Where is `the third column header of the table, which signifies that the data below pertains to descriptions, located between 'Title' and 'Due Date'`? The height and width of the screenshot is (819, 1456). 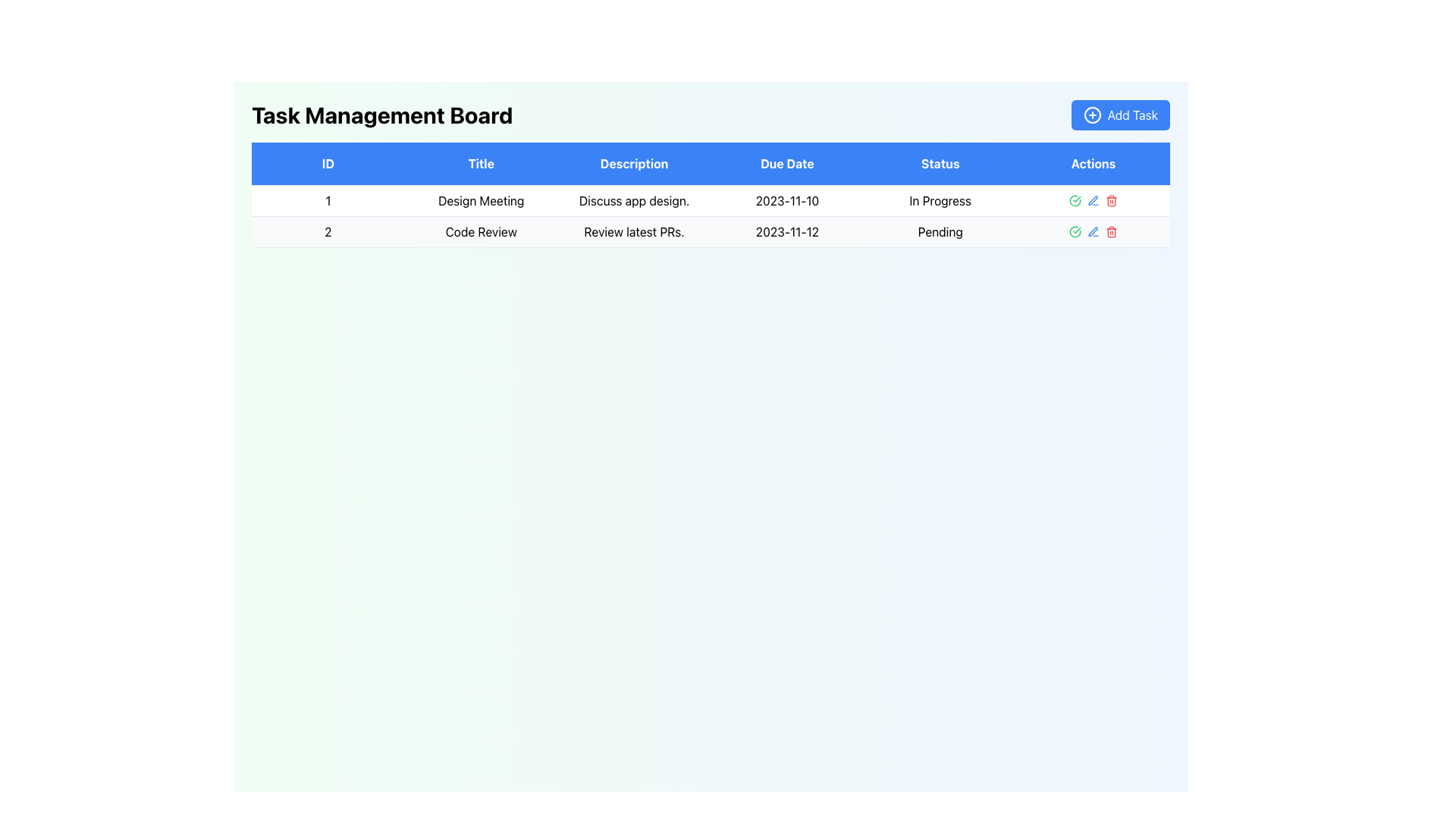 the third column header of the table, which signifies that the data below pertains to descriptions, located between 'Title' and 'Due Date' is located at coordinates (634, 164).